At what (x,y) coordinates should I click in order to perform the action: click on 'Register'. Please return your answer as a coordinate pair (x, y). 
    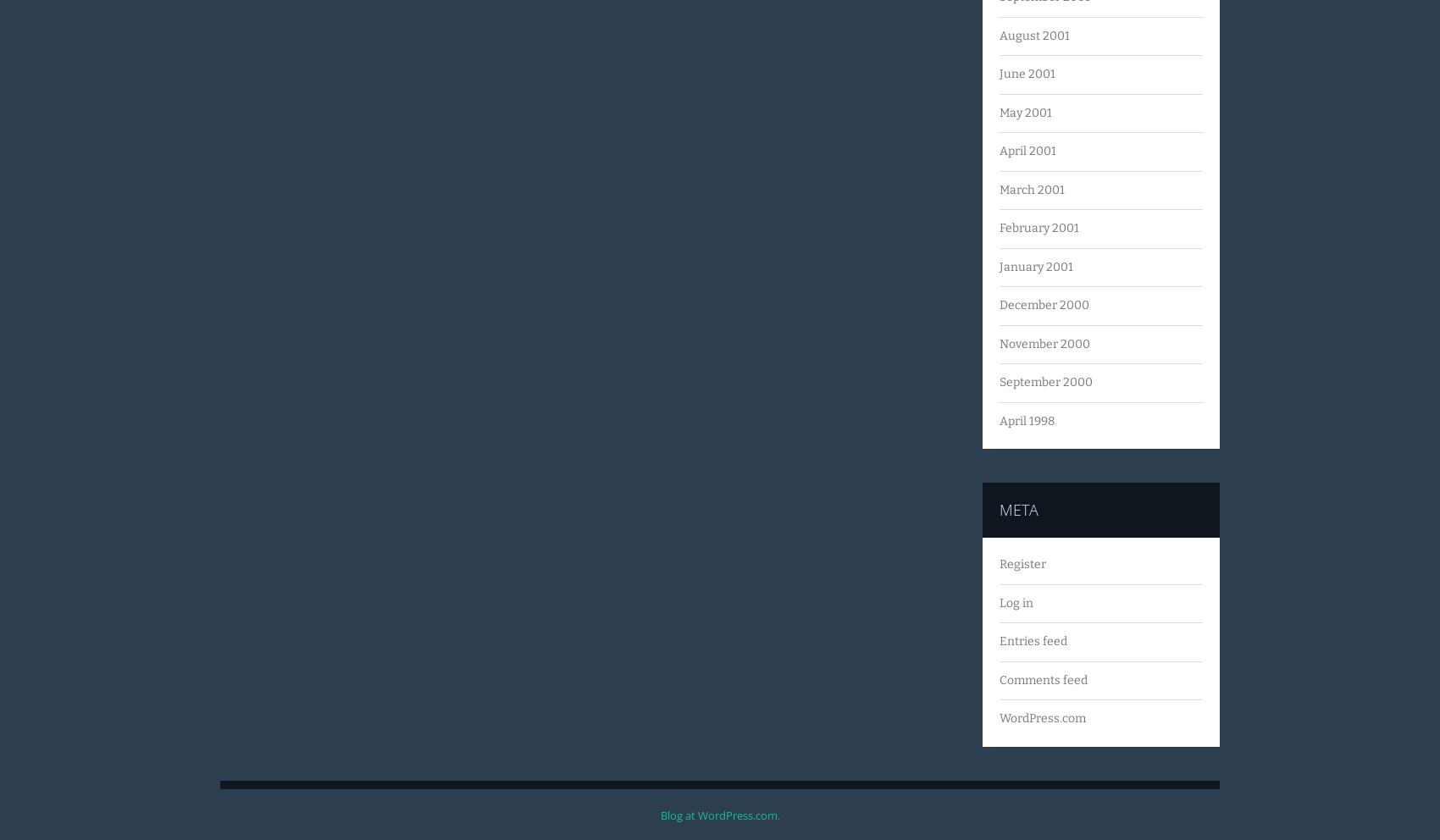
    Looking at the image, I should click on (998, 563).